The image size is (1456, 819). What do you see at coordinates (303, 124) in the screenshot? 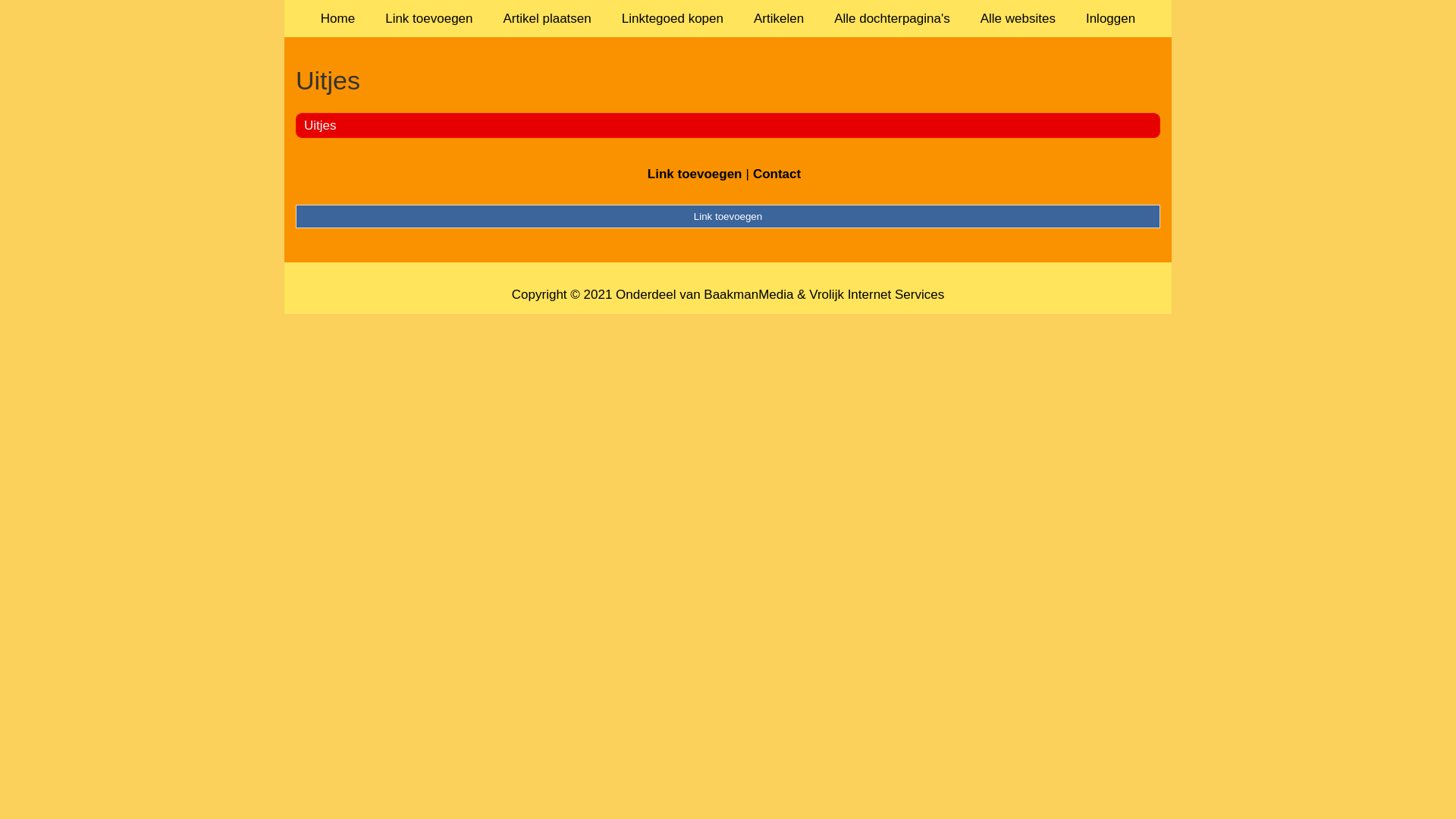
I see `'Uitjes'` at bounding box center [303, 124].